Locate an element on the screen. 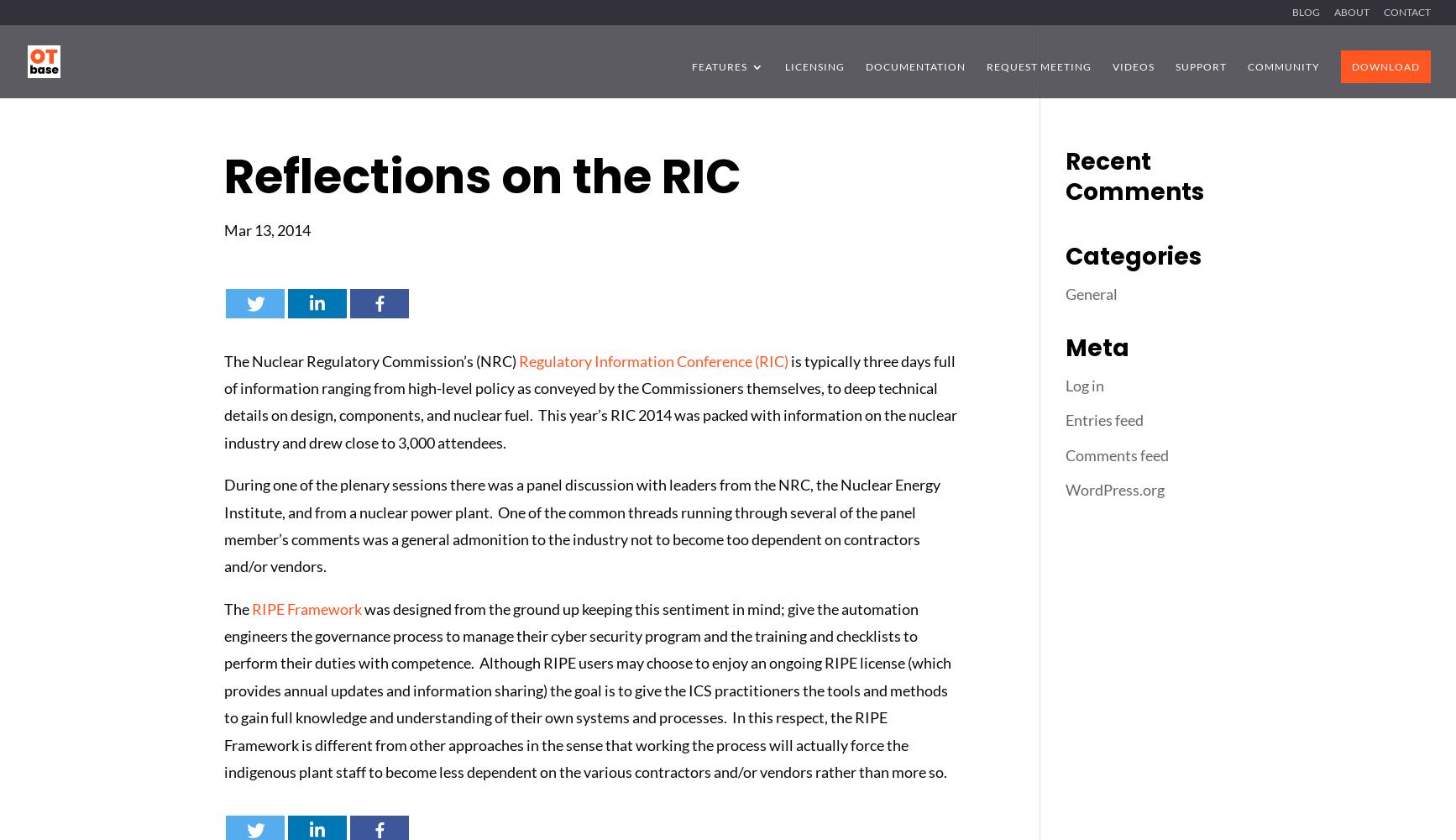 This screenshot has height=840, width=1456. 'Mar 13, 2014' is located at coordinates (267, 229).